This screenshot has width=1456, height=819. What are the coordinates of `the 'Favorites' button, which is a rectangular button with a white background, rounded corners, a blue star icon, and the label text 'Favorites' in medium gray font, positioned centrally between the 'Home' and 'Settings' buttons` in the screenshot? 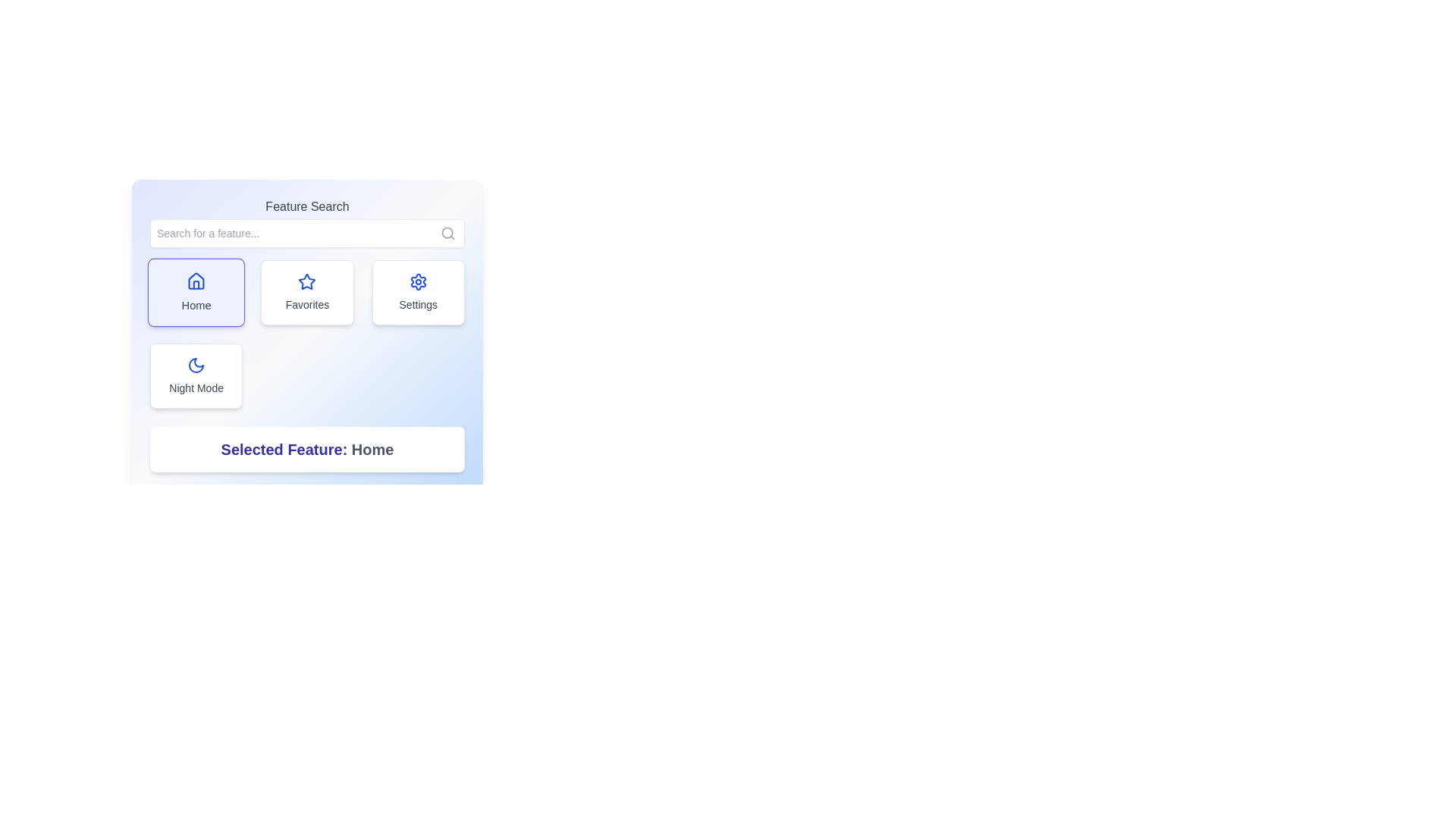 It's located at (306, 292).